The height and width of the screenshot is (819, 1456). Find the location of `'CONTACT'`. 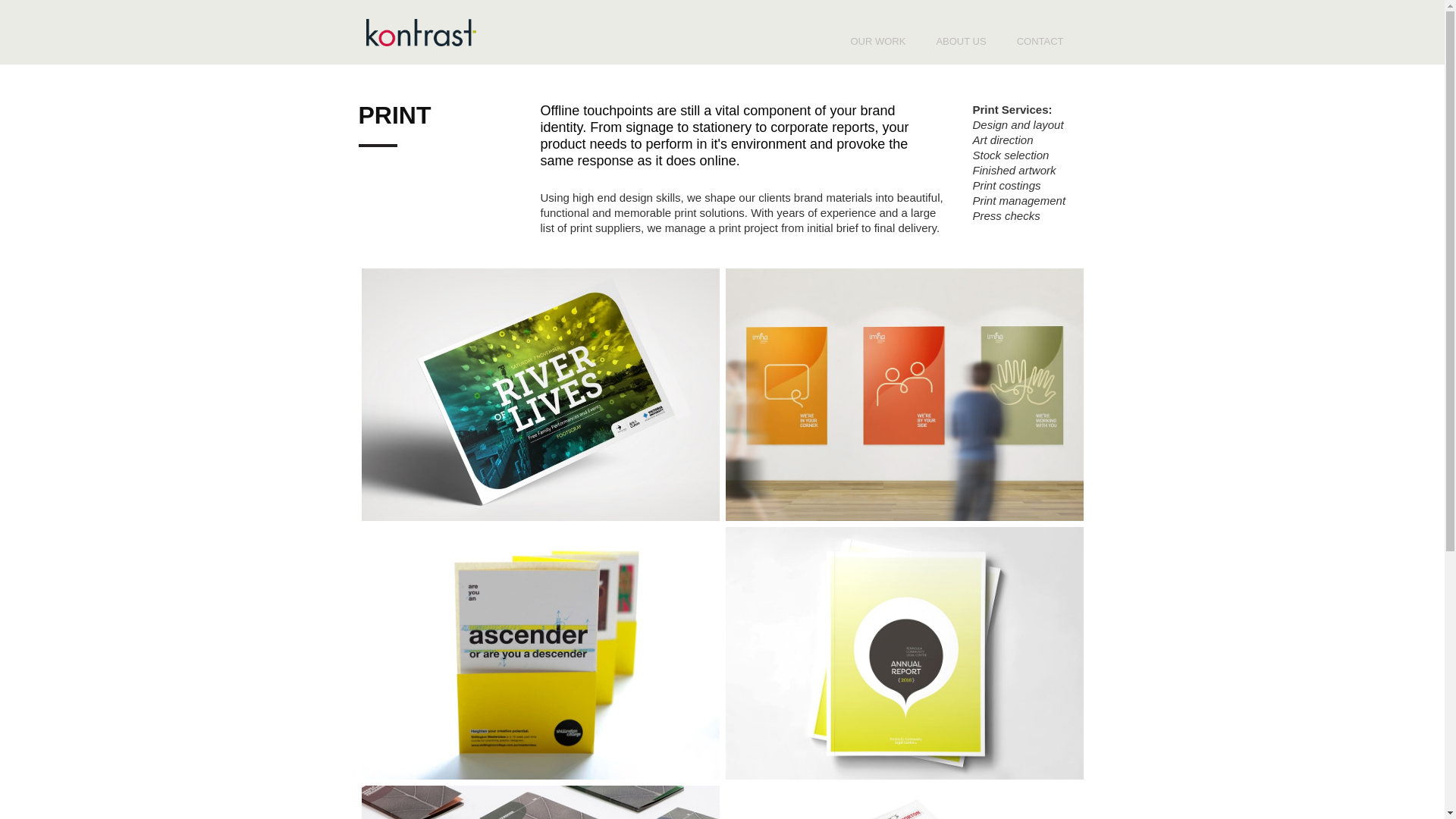

'CONTACT' is located at coordinates (1001, 40).